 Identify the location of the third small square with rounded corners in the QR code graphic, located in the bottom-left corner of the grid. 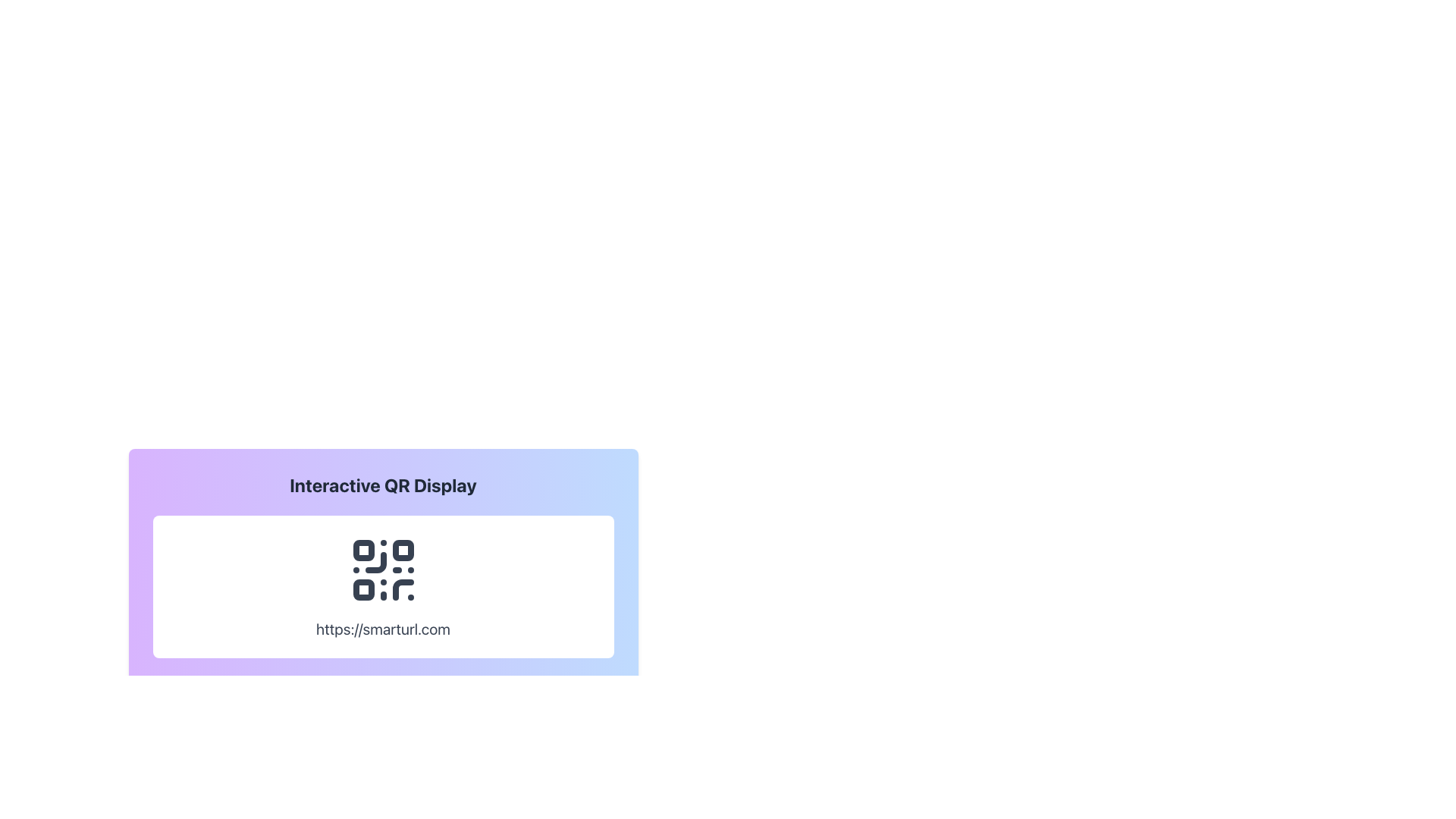
(362, 589).